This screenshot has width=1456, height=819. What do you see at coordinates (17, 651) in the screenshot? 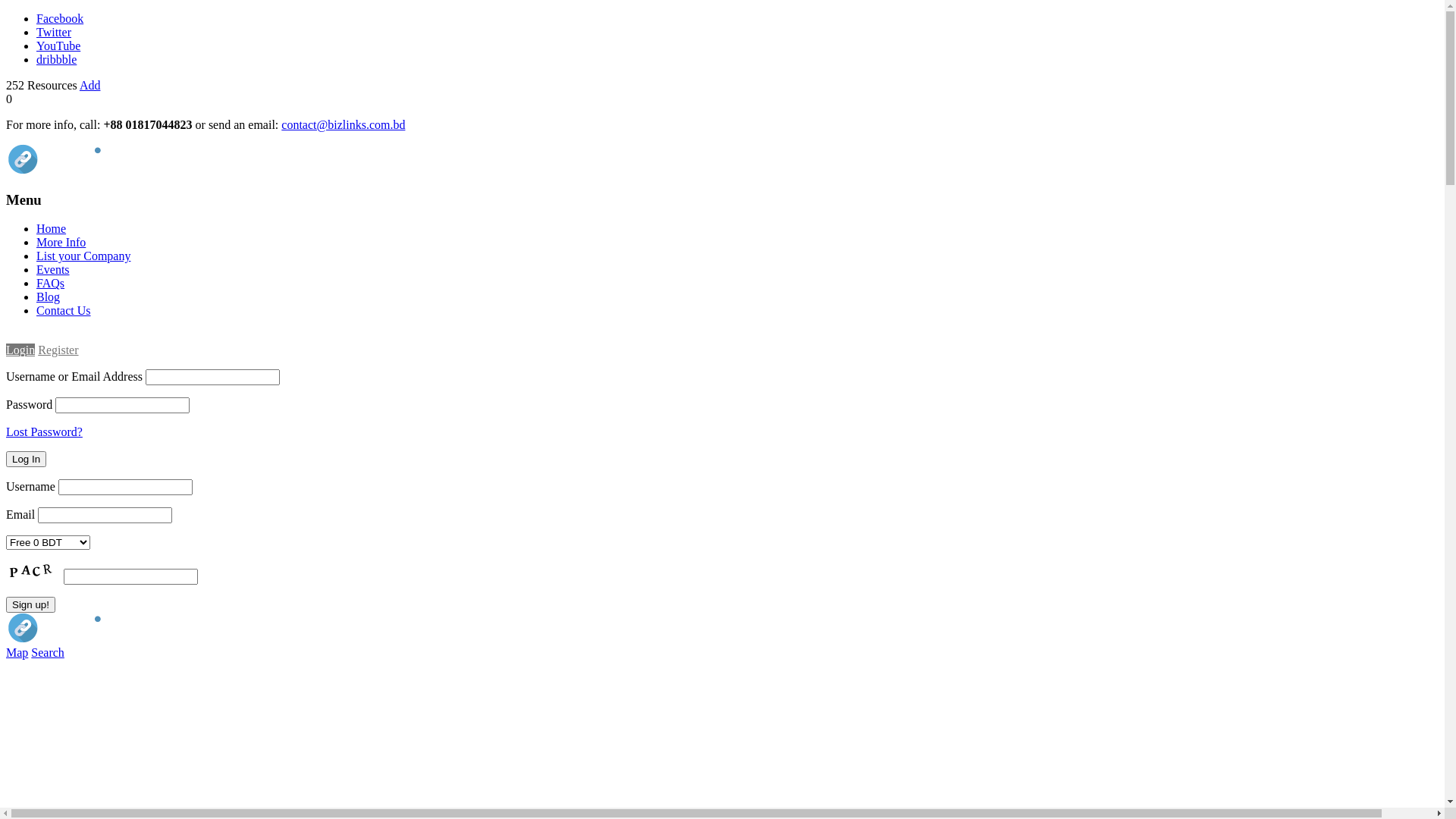
I see `'Map'` at bounding box center [17, 651].